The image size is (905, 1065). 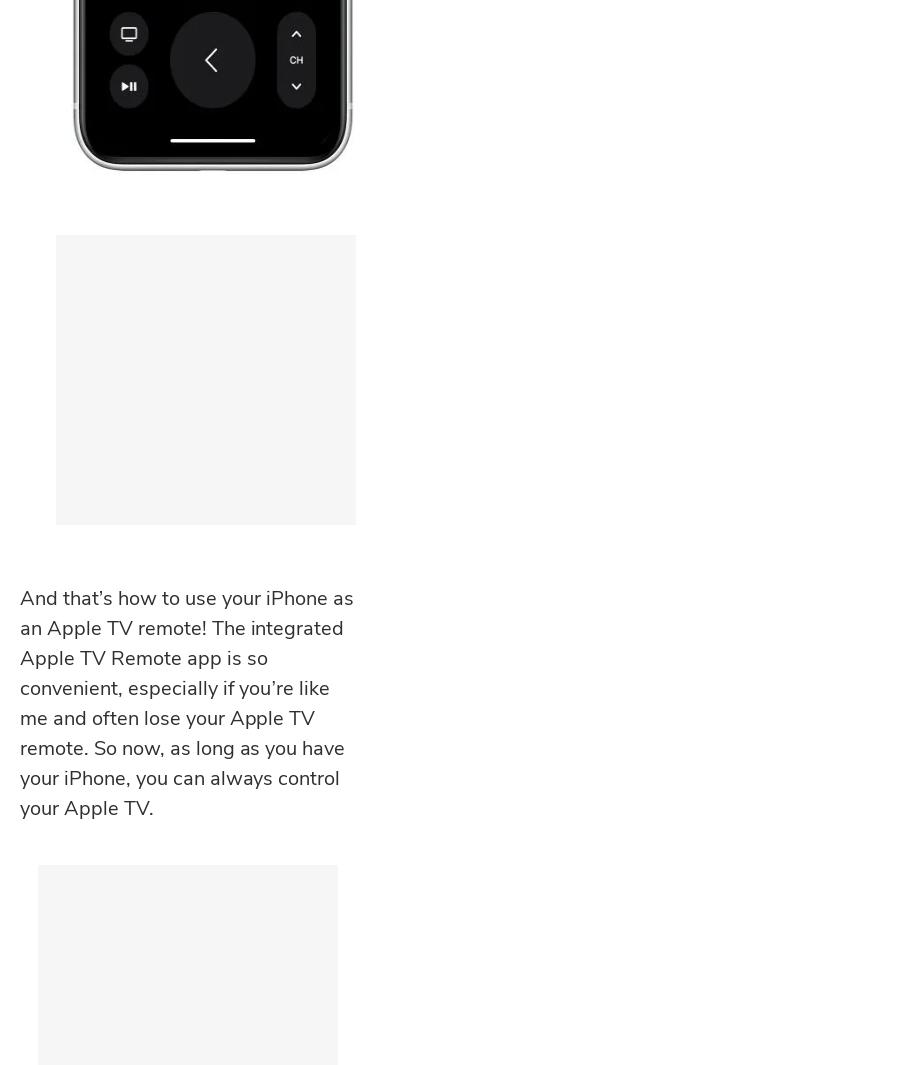 I want to click on 'Apple Apps', so click(x=255, y=838).